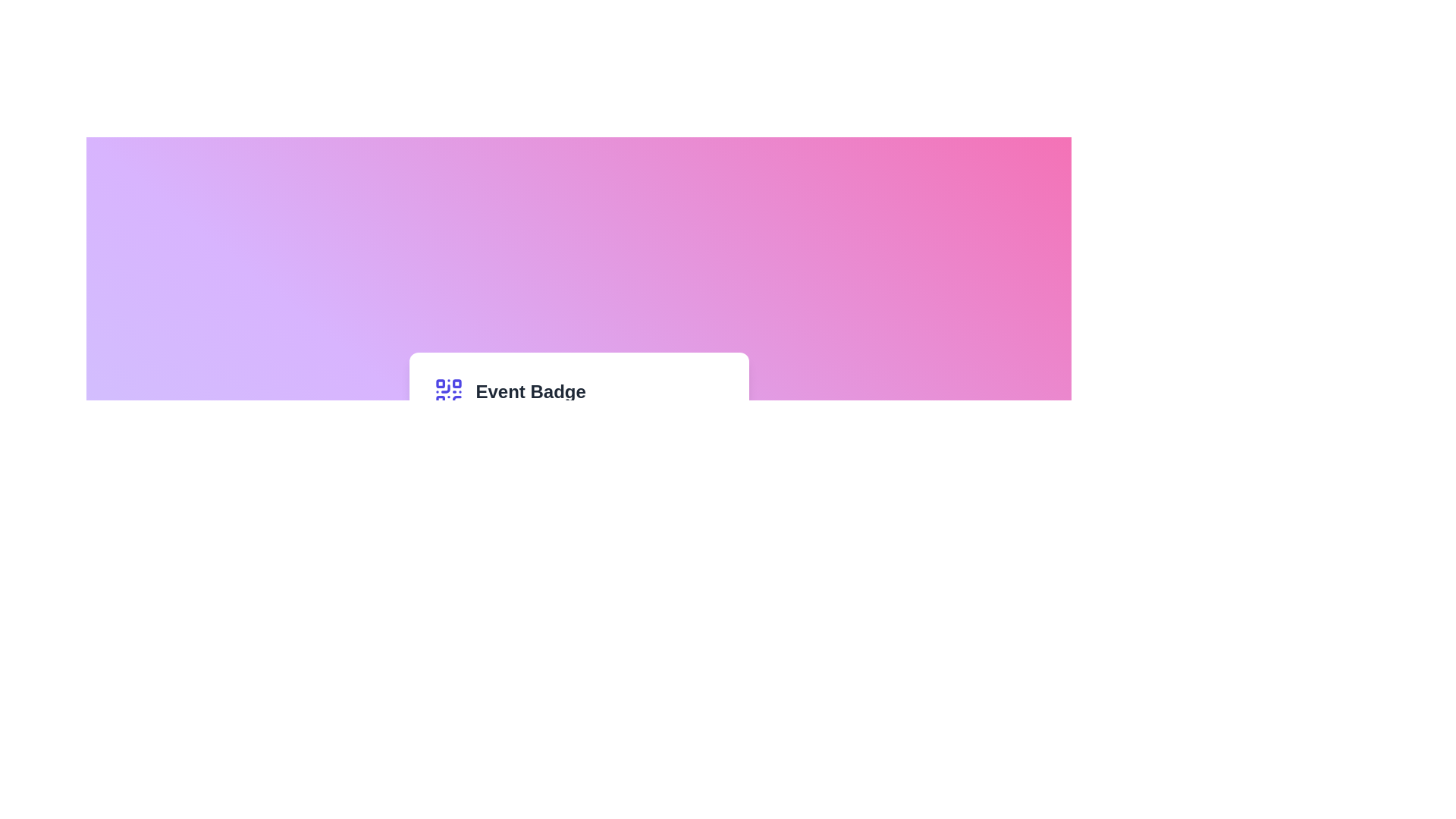 Image resolution: width=1456 pixels, height=819 pixels. What do you see at coordinates (531, 391) in the screenshot?
I see `the static text label that indicates the purpose or section related to an event badge, located to the right of a QR code icon` at bounding box center [531, 391].